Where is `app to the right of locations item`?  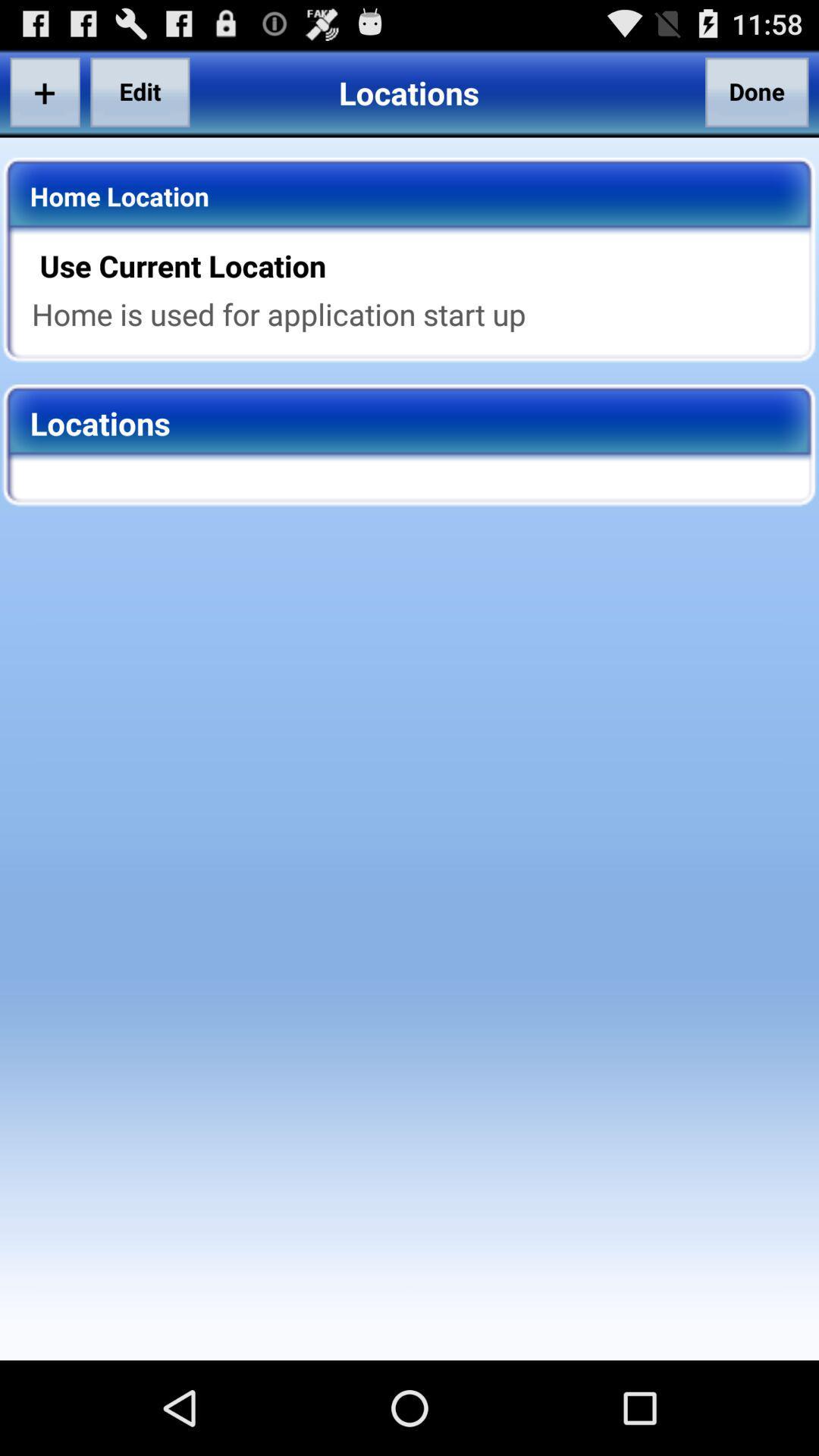 app to the right of locations item is located at coordinates (757, 91).